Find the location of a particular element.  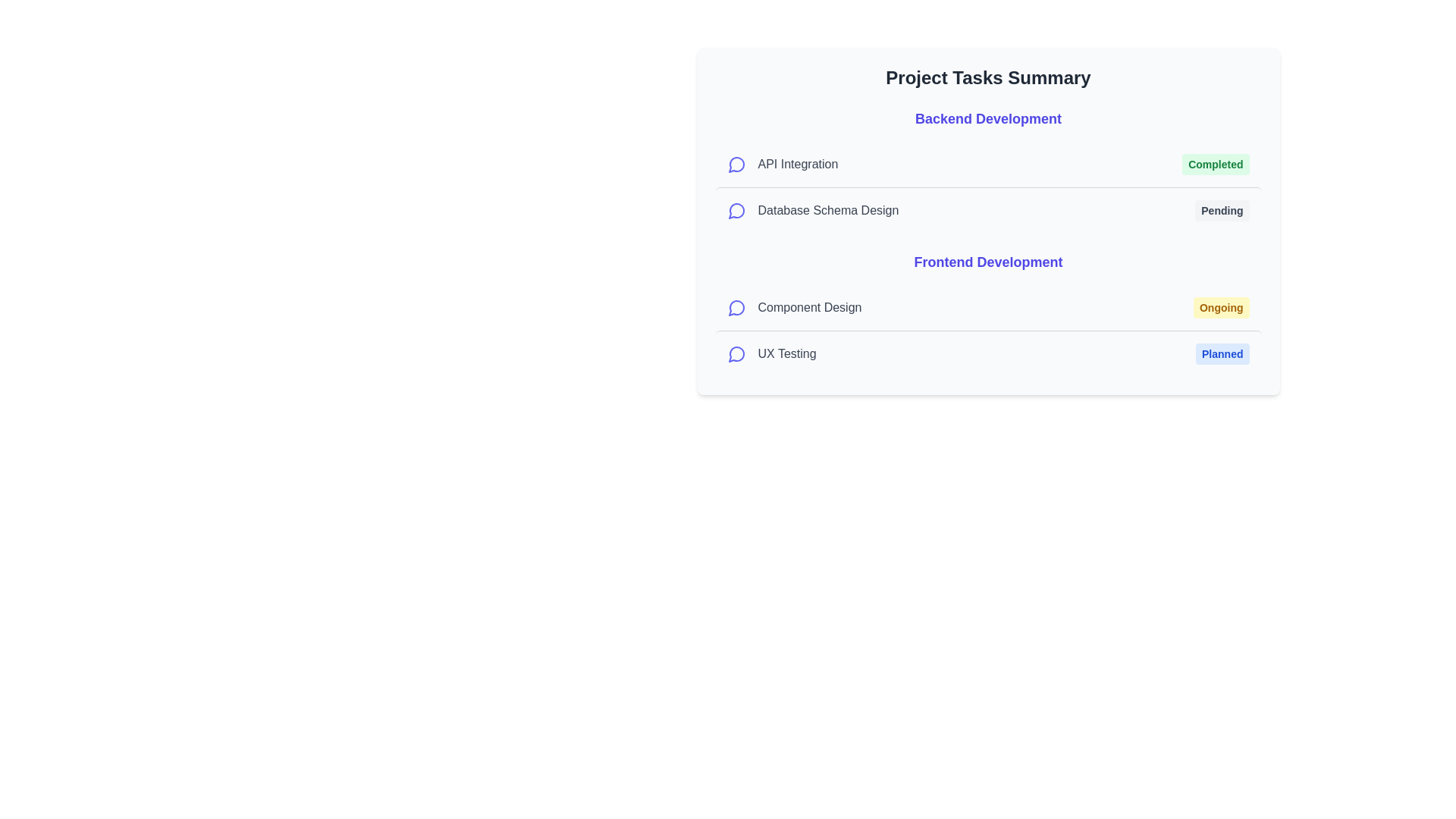

the text label representing the title or category of a task item, which is the last text label in a vertical list, located below 'Component Design' and to the right of an associated chat bubble icon is located at coordinates (786, 353).